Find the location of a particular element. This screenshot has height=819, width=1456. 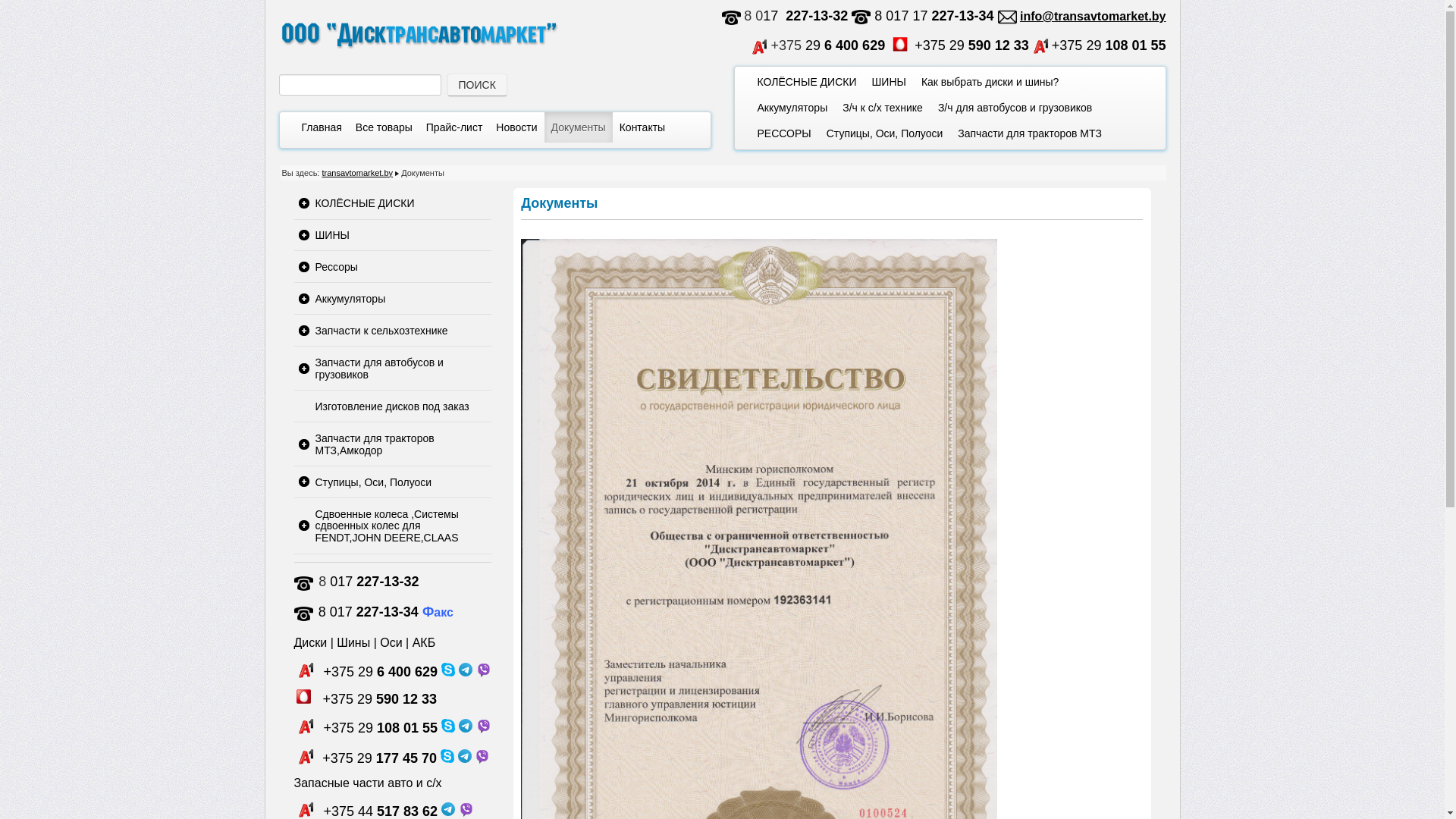

'info@transavtomarket.by' is located at coordinates (1019, 16).